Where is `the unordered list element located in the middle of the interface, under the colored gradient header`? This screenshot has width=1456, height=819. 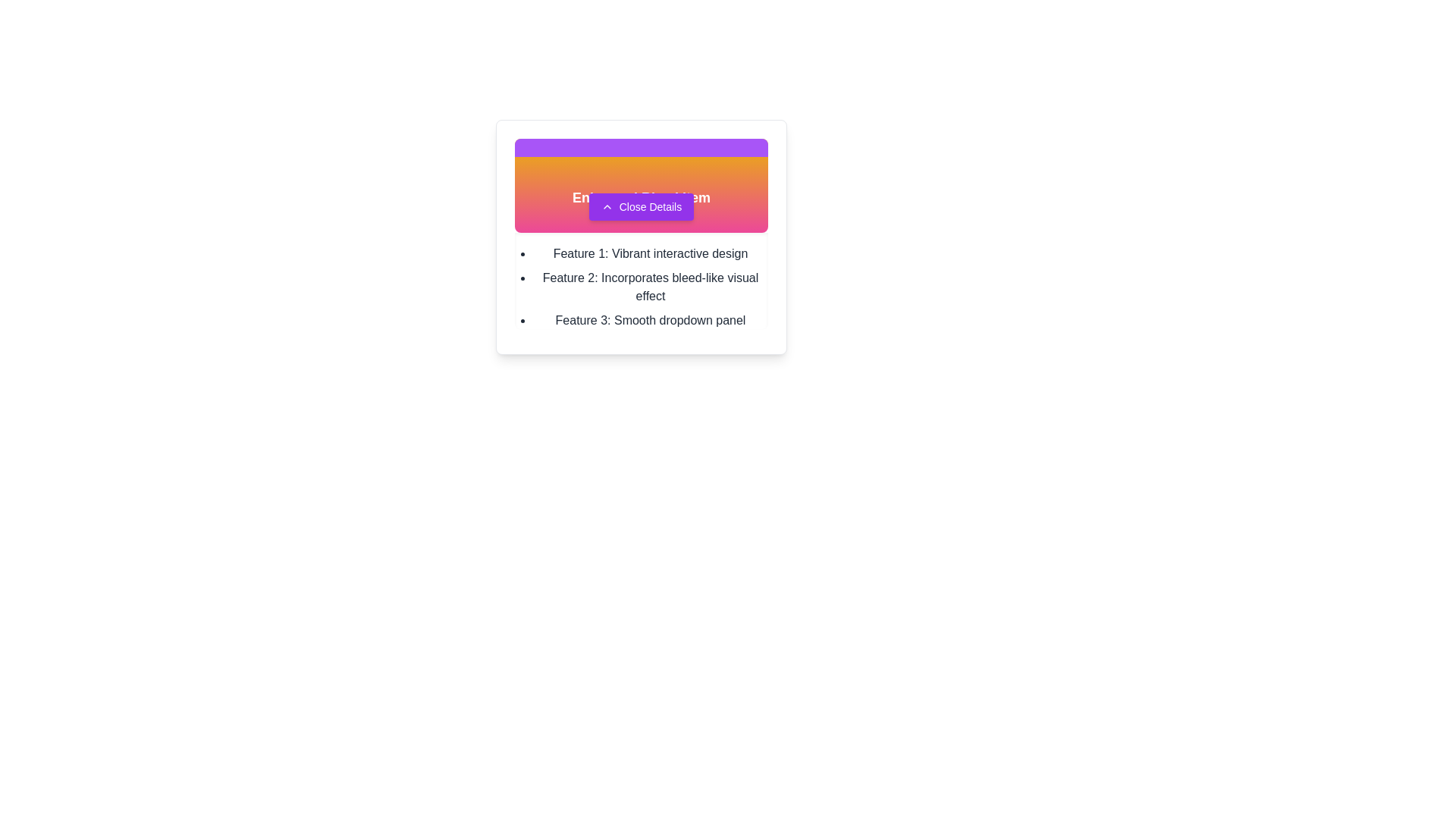 the unordered list element located in the middle of the interface, under the colored gradient header is located at coordinates (641, 287).